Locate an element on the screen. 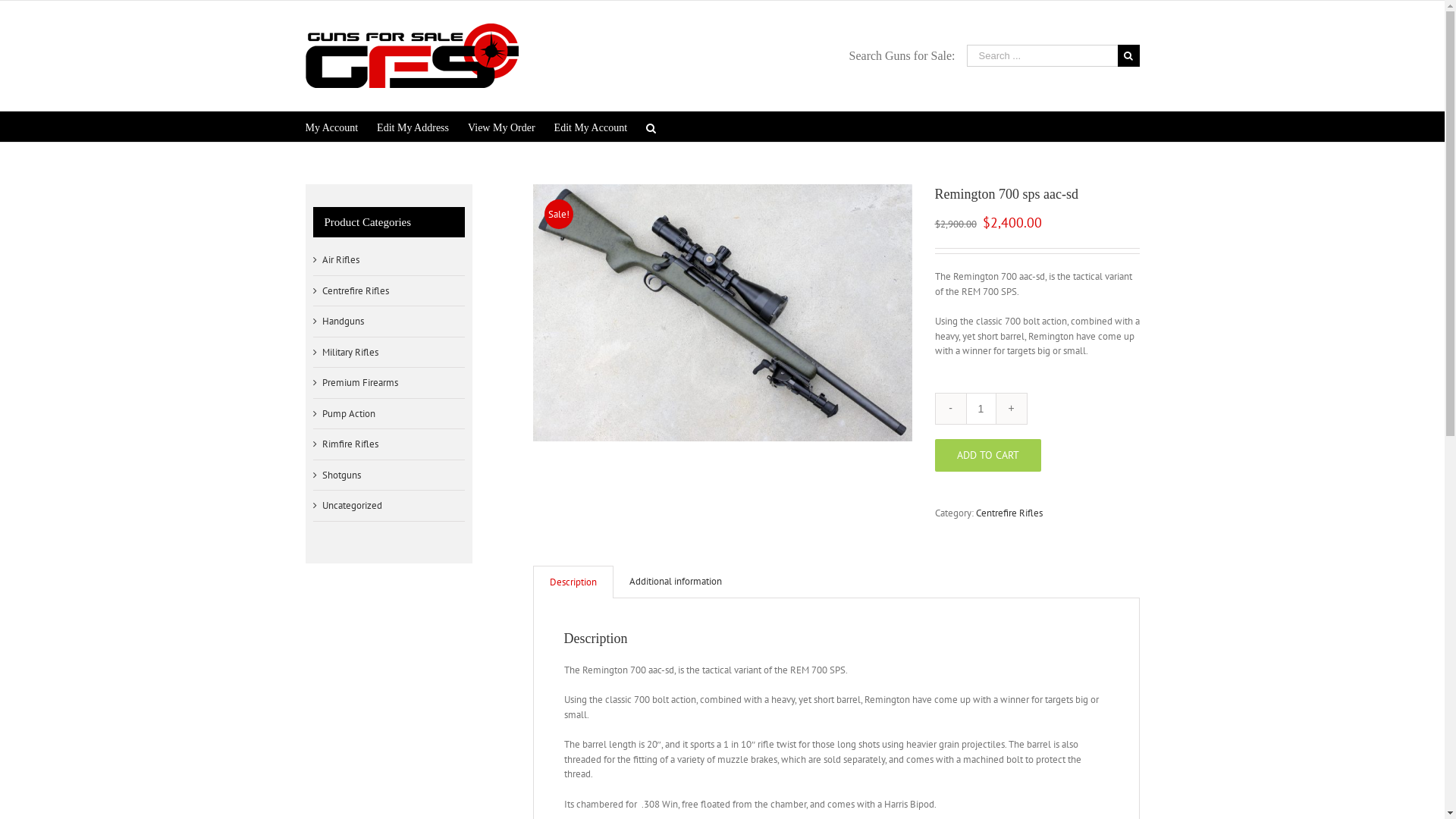 The width and height of the screenshot is (1456, 819). 'ADD TO CART' is located at coordinates (987, 453).